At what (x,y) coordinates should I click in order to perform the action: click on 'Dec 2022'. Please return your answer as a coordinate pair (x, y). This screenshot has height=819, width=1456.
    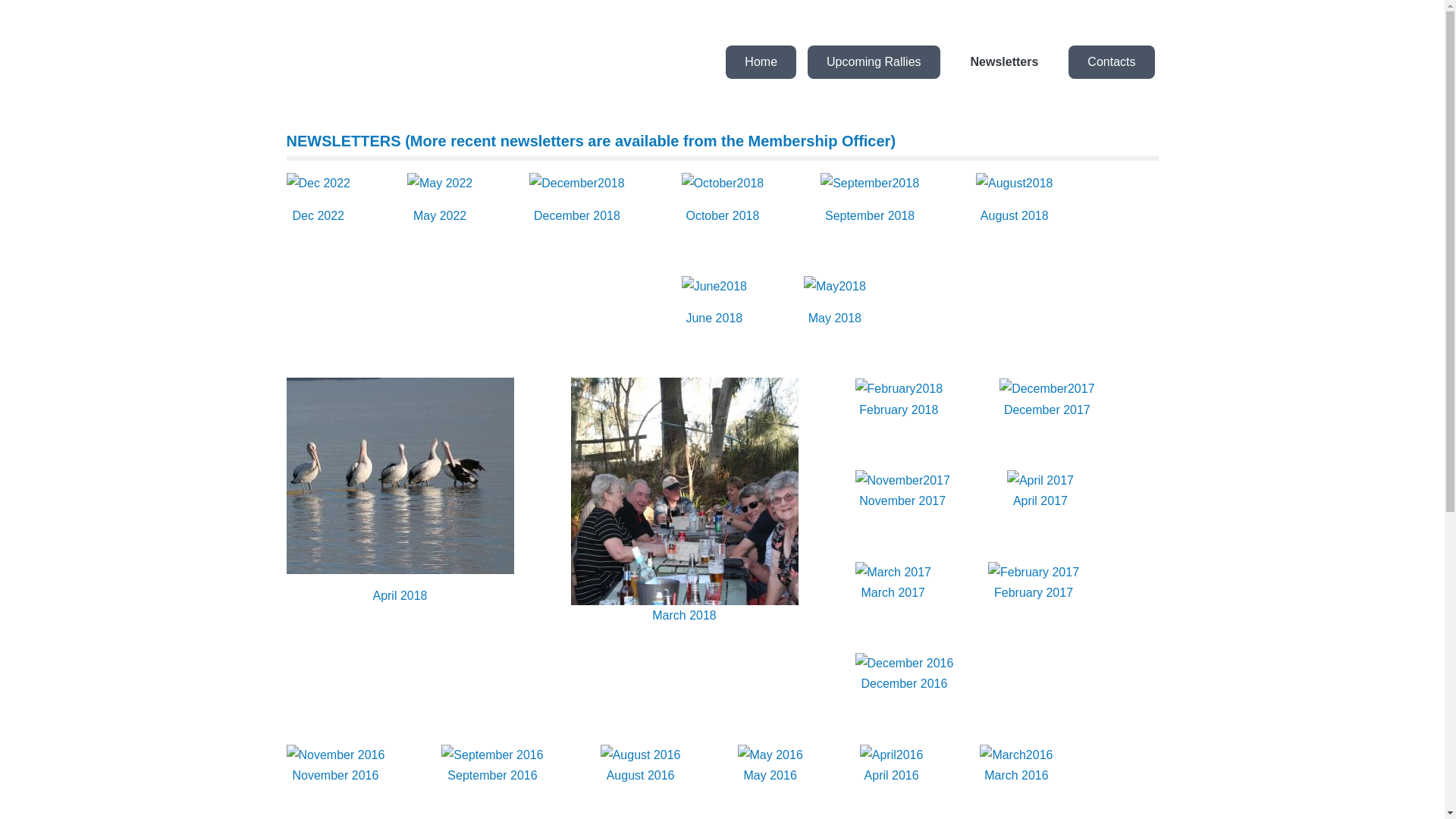
    Looking at the image, I should click on (318, 215).